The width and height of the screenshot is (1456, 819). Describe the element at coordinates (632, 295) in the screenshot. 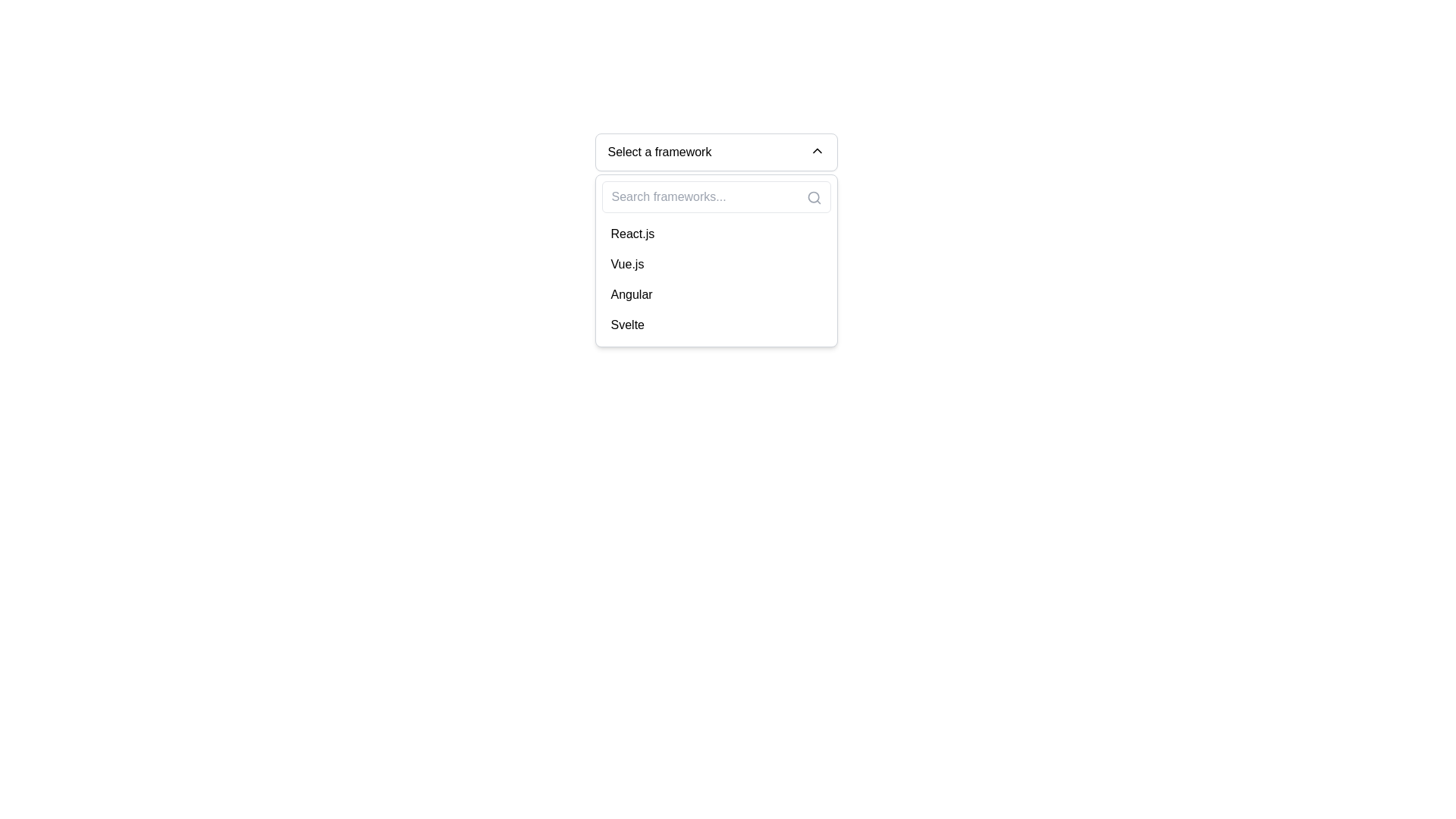

I see `the 'Angular' option in the dropdown list of frameworks` at that location.